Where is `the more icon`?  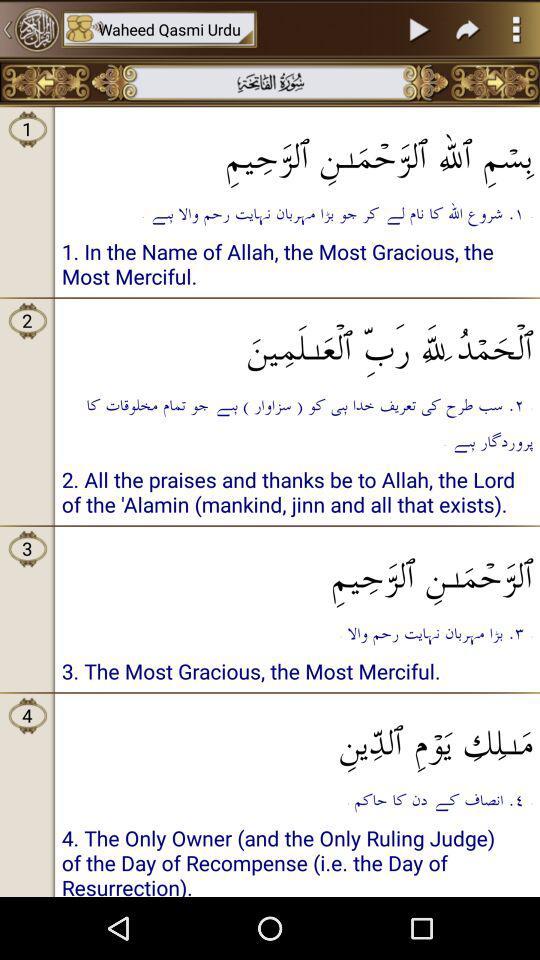 the more icon is located at coordinates (516, 30).